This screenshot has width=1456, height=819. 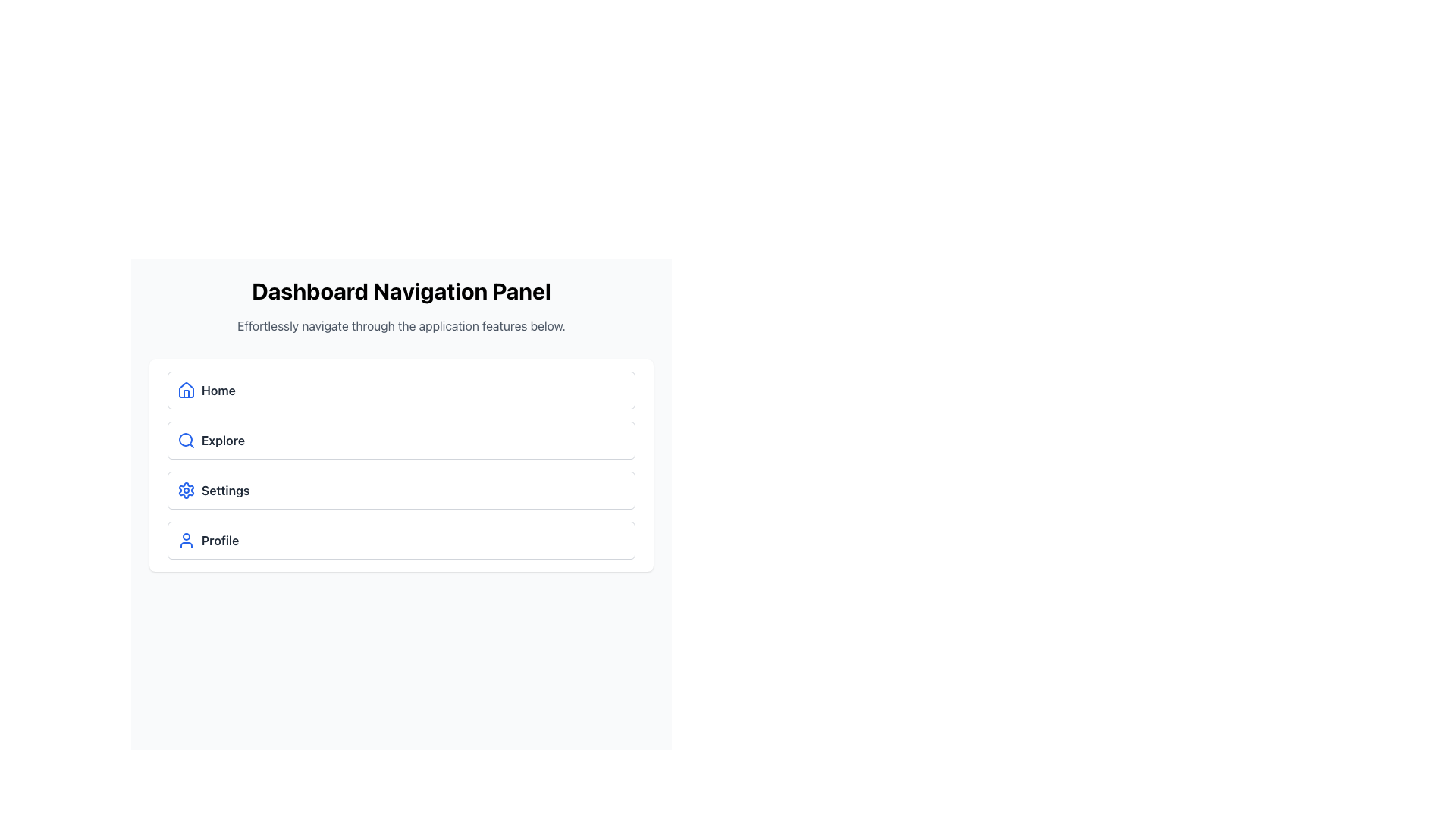 What do you see at coordinates (219, 540) in the screenshot?
I see `the 'Profile' text label, which is styled with a bold font and is part of a navigation menu at the bottom of a button containing a user avatar icon` at bounding box center [219, 540].